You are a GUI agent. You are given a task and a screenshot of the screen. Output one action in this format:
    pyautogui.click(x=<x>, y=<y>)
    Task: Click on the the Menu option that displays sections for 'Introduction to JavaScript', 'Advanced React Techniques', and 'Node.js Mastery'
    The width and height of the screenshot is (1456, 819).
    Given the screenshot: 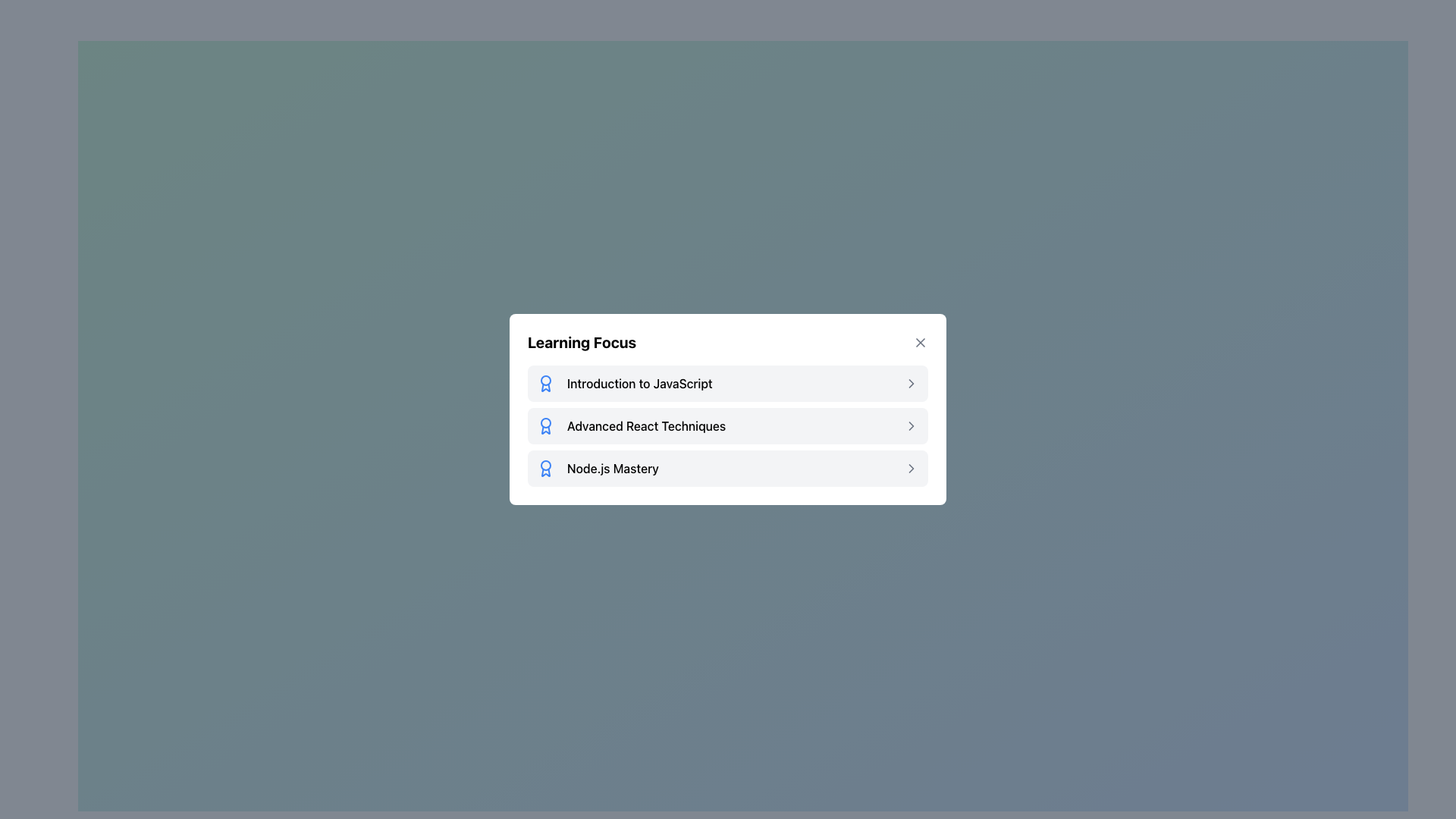 What is the action you would take?
    pyautogui.click(x=728, y=409)
    